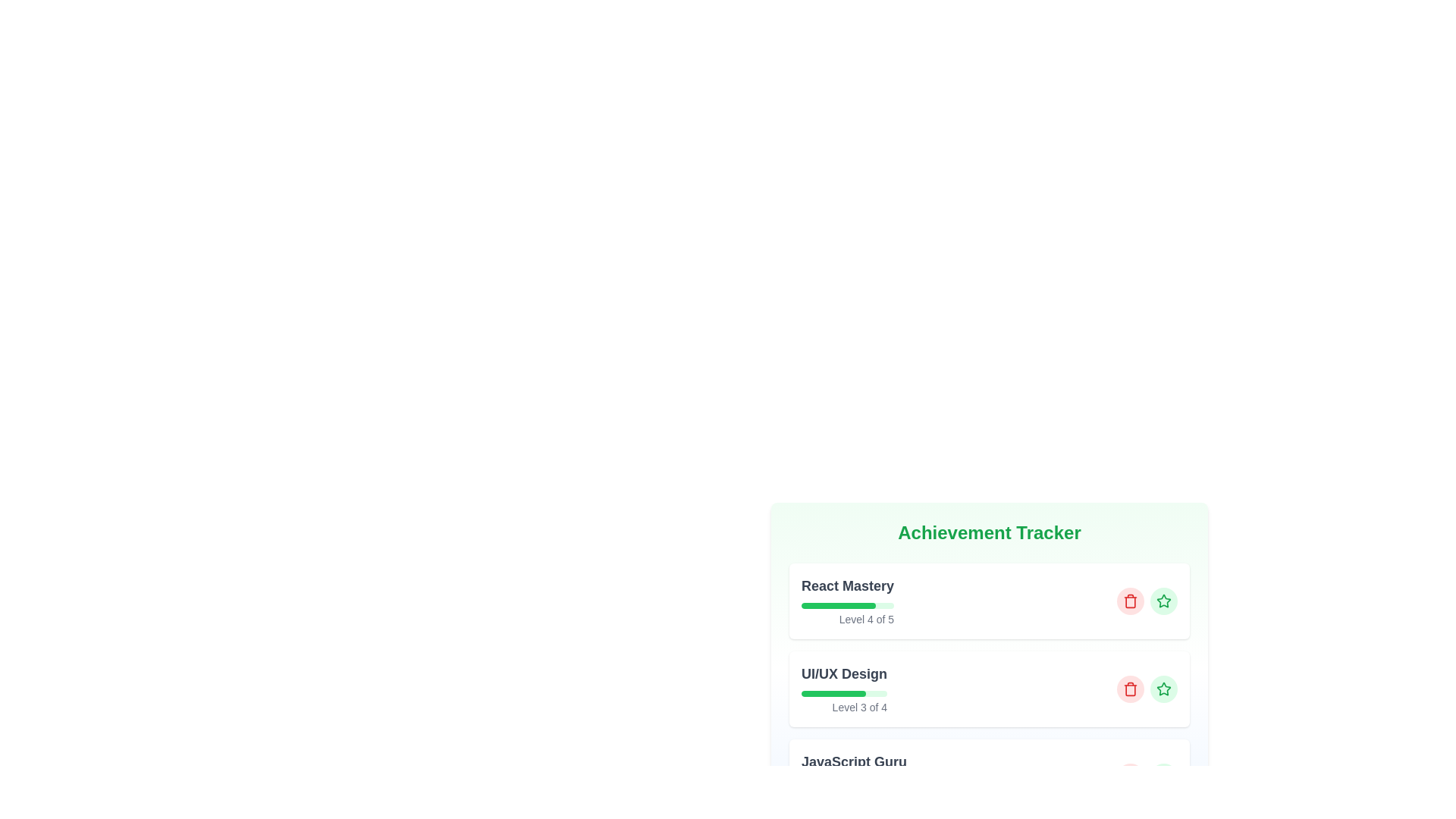 Image resolution: width=1456 pixels, height=819 pixels. What do you see at coordinates (847, 585) in the screenshot?
I see `text element displaying the title 'React Mastery' in bold, gray-colored text, located above the progress bar in the Achievement Tracker section` at bounding box center [847, 585].